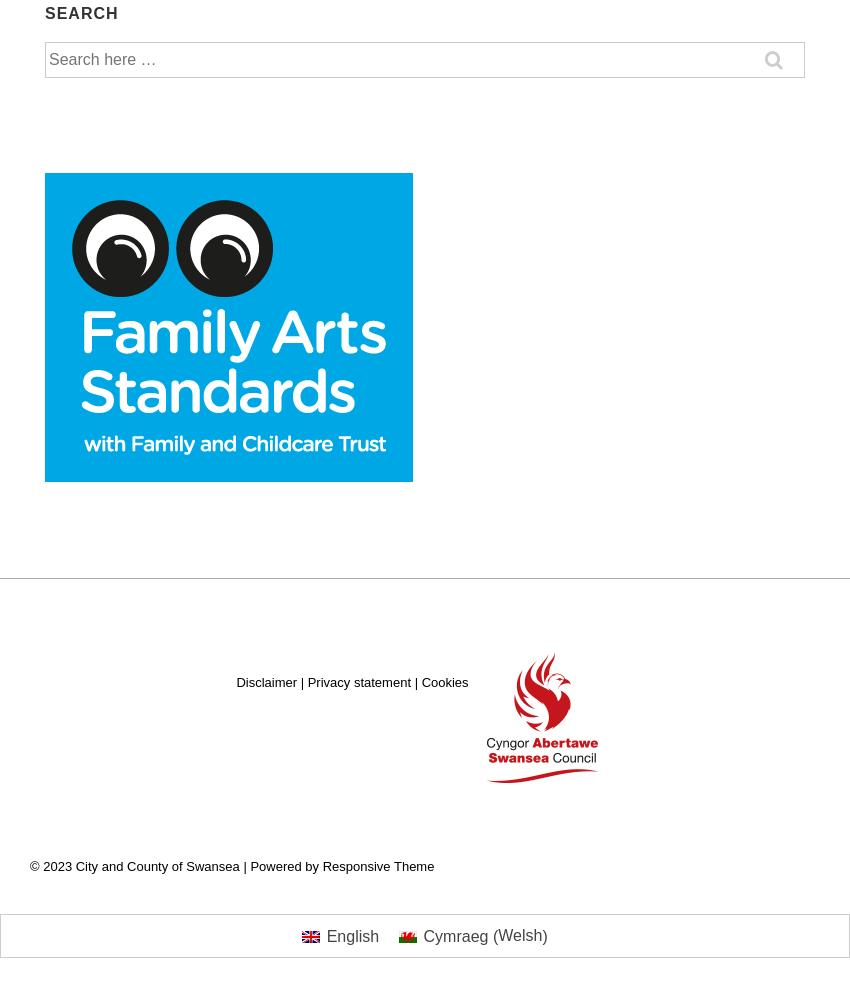 The image size is (850, 986). What do you see at coordinates (519, 935) in the screenshot?
I see `'Welsh'` at bounding box center [519, 935].